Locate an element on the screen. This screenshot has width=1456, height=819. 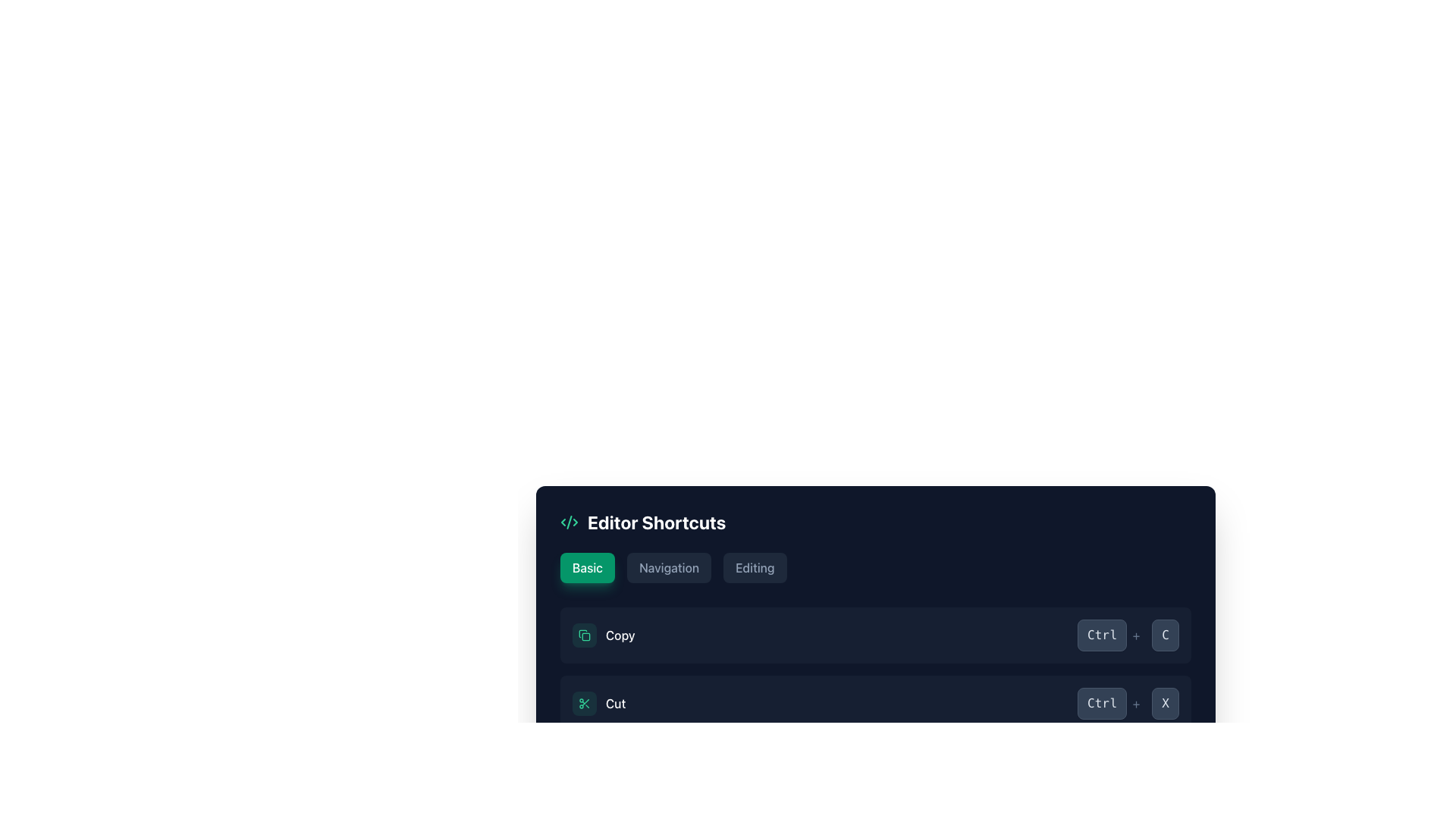
the static text label indicating the 'Cut' operation in the 'Editor Shortcuts' interface, located to the right of the scissors icon is located at coordinates (616, 704).